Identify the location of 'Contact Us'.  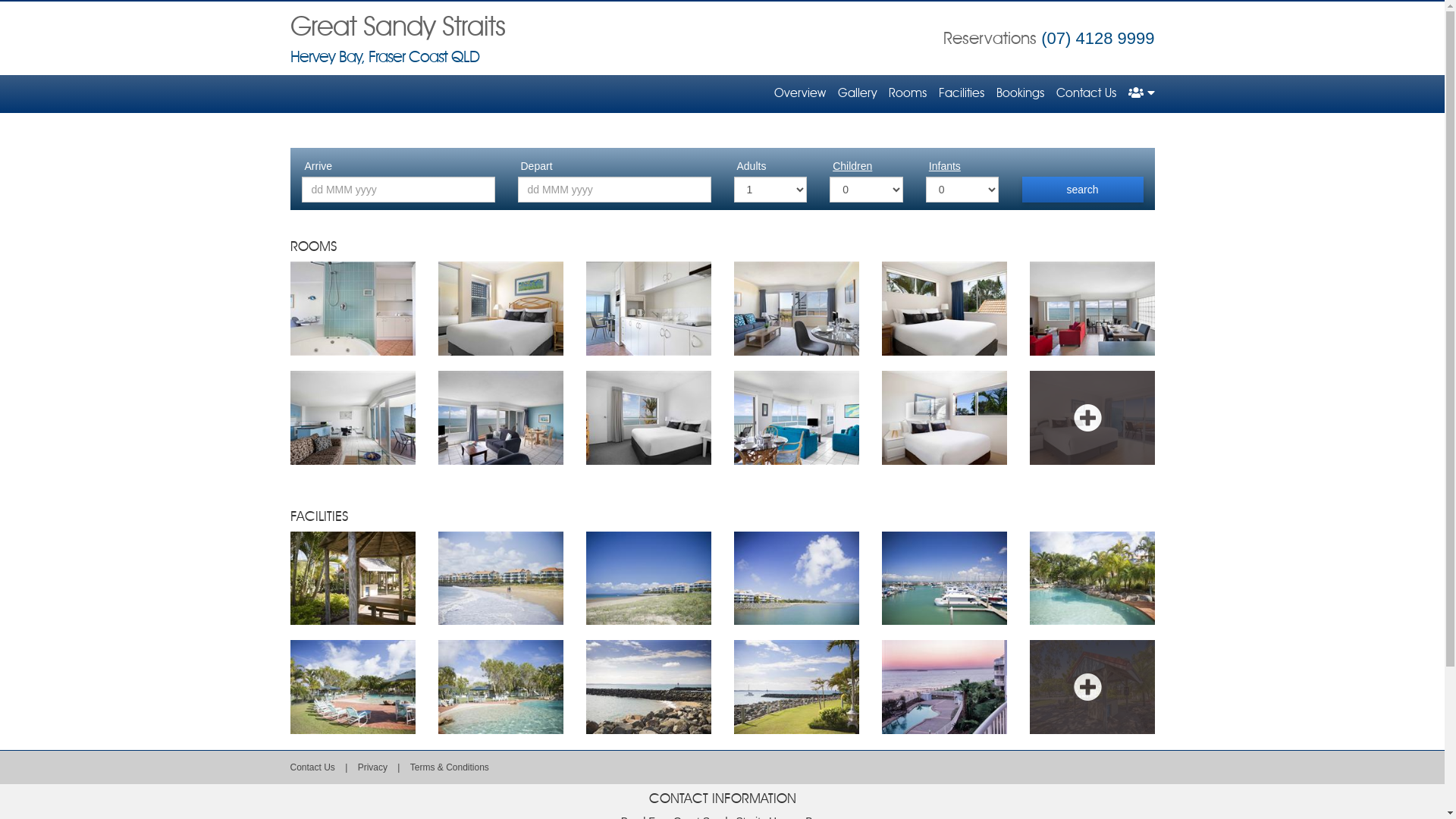
(311, 767).